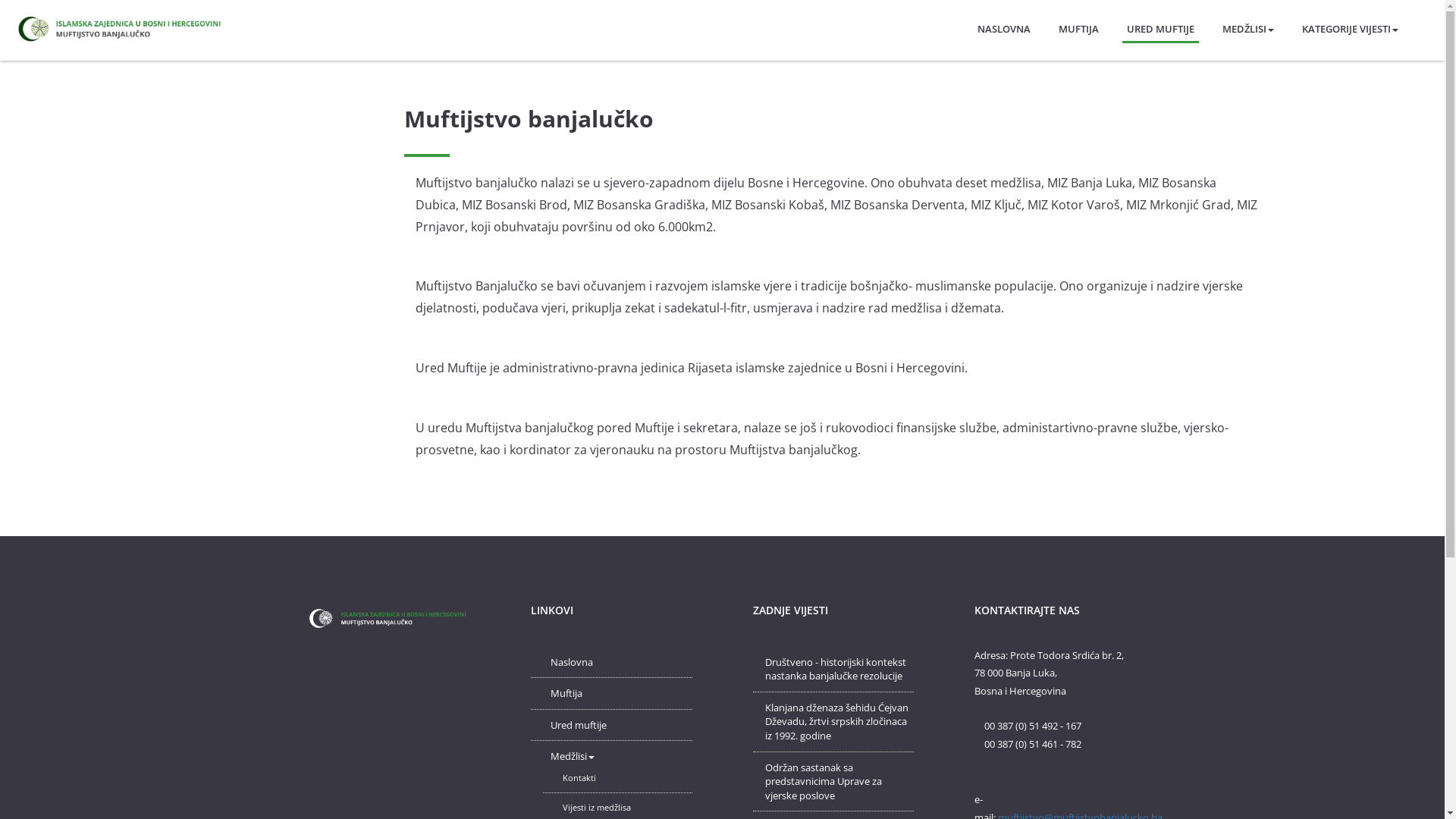  Describe the element at coordinates (578, 724) in the screenshot. I see `'Ured muftije'` at that location.